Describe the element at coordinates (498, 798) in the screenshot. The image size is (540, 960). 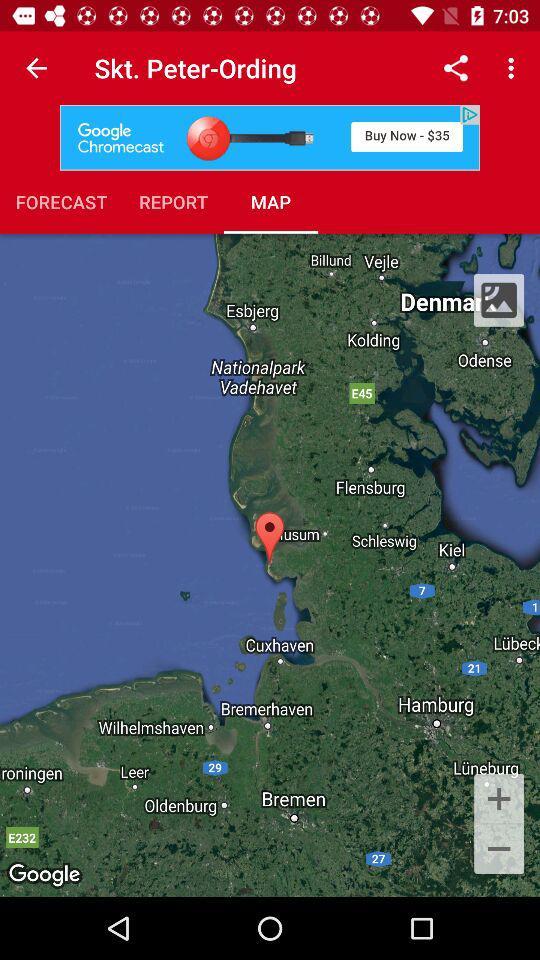
I see `the add icon` at that location.